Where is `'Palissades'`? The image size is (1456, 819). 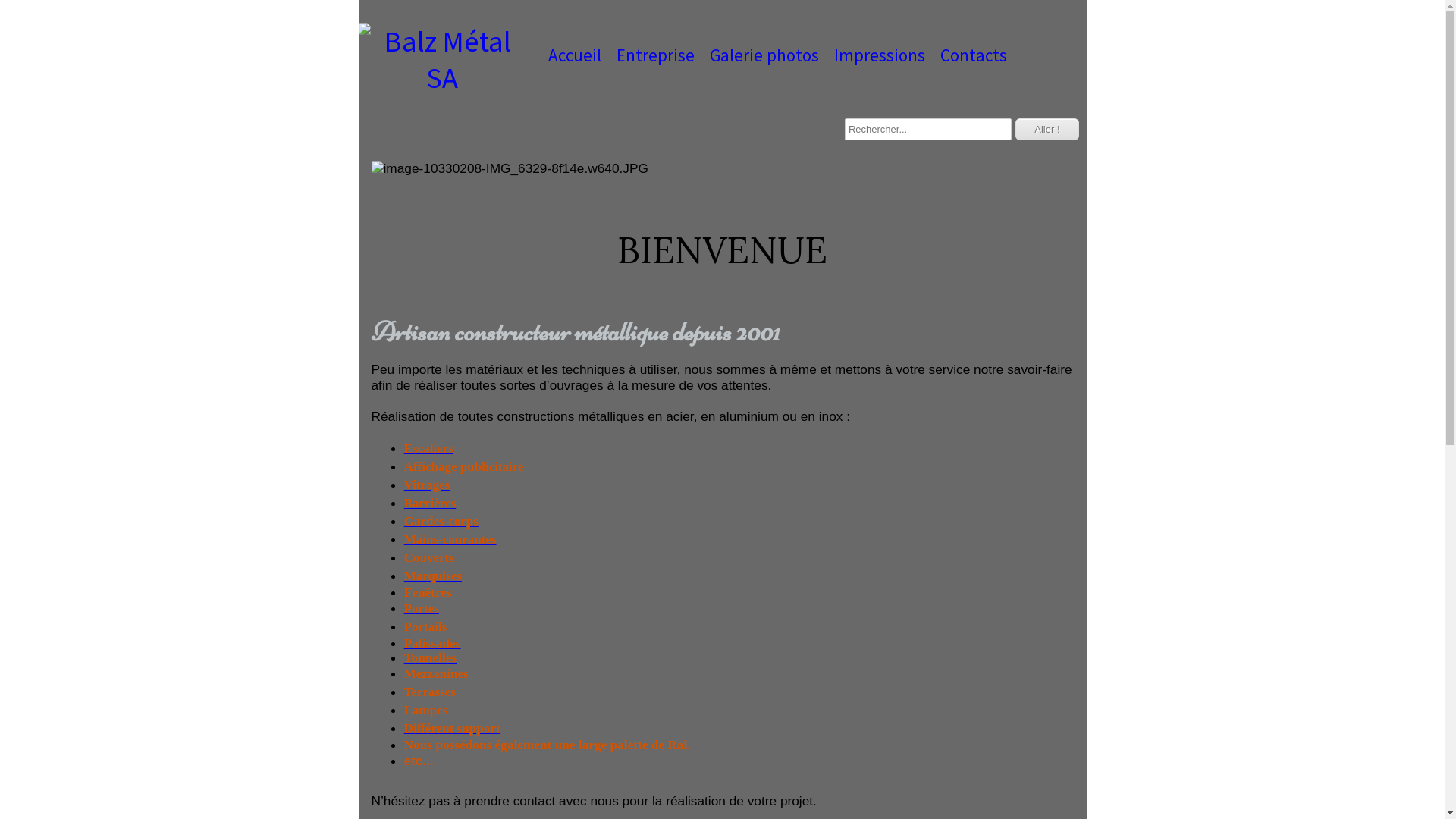 'Palissades' is located at coordinates (431, 643).